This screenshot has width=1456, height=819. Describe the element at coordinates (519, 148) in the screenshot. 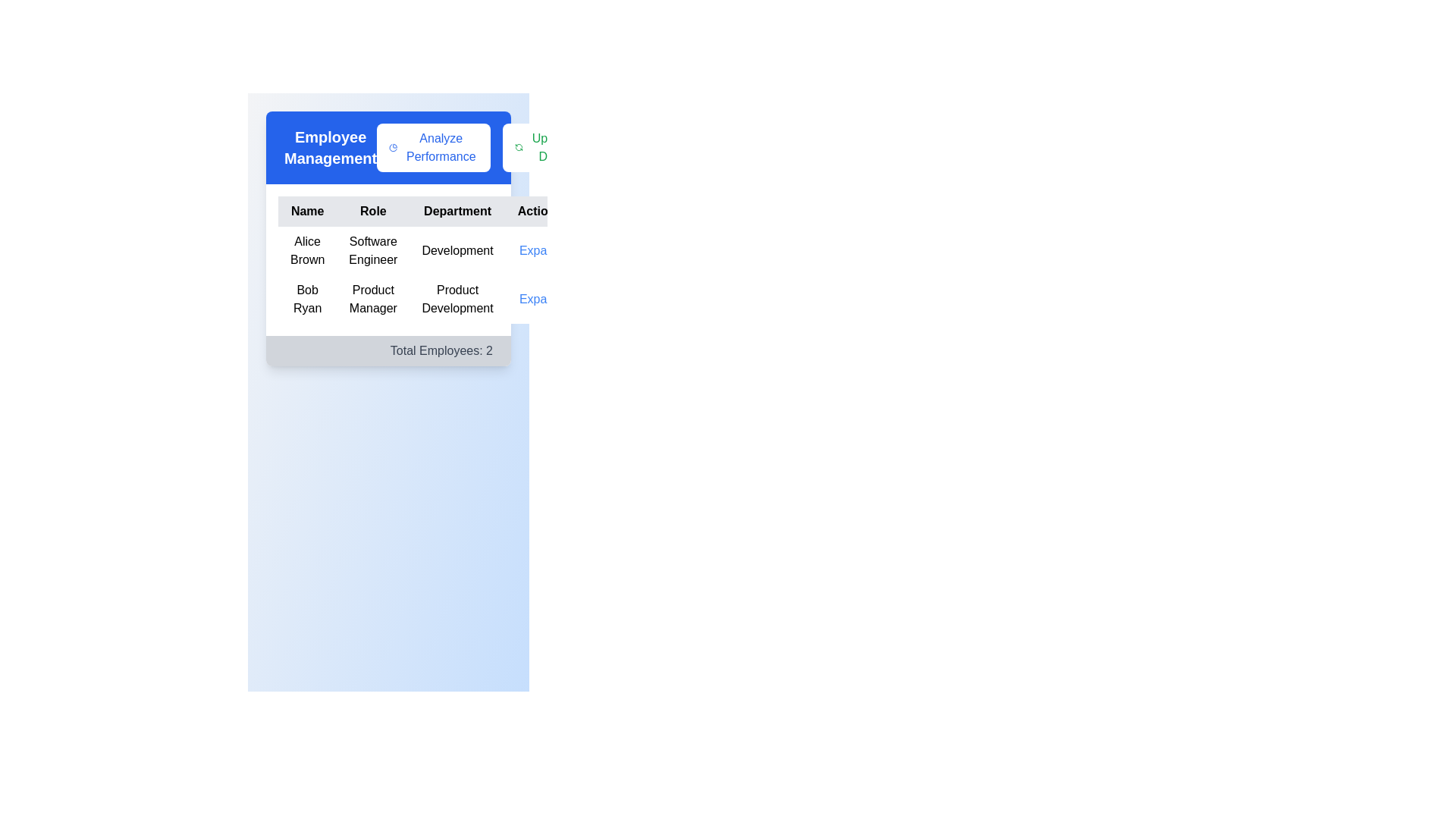

I see `the circular refresh icon with a green stroke outline located to the left of the 'Update Data' button` at that location.